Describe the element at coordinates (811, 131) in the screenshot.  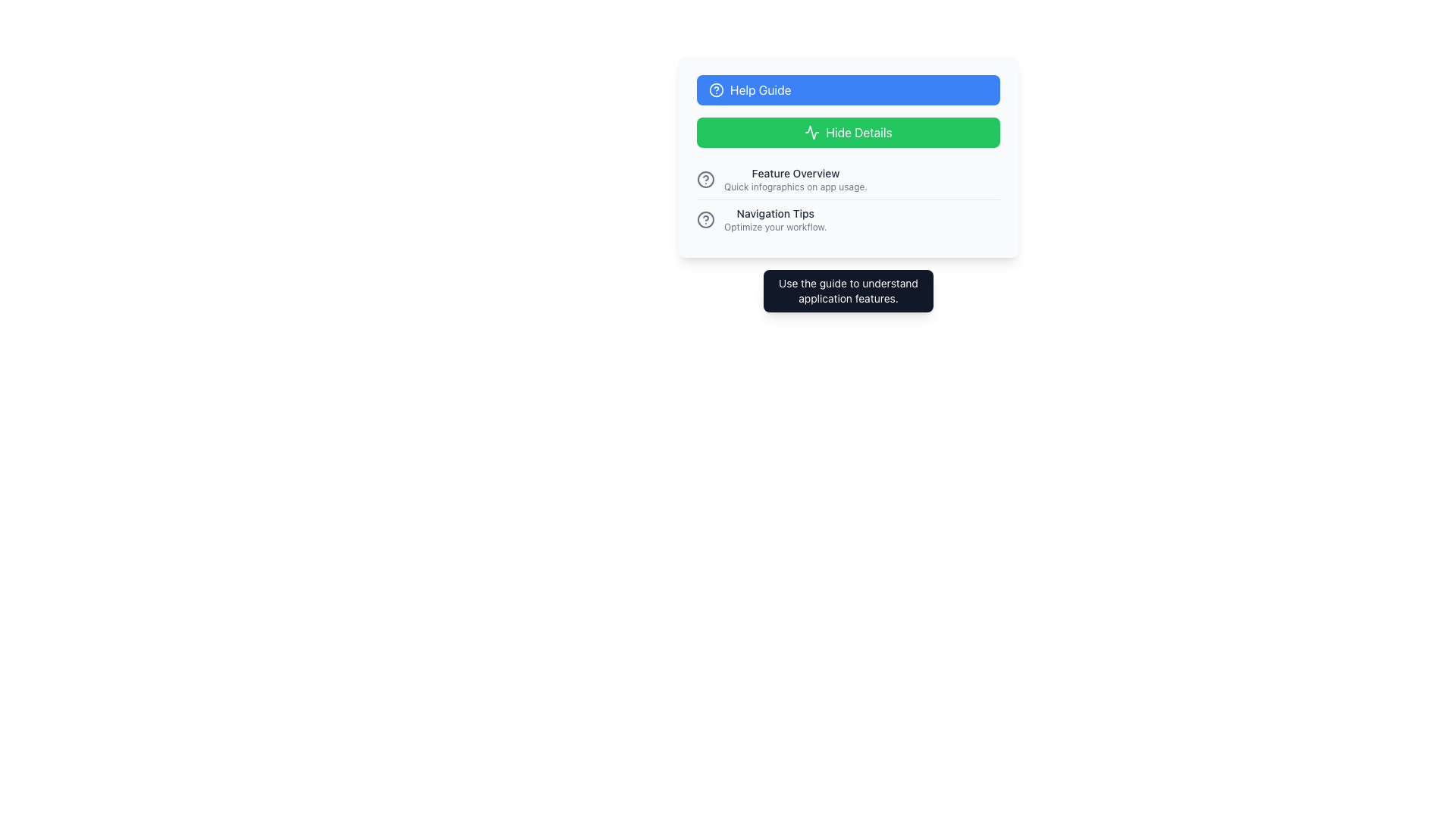
I see `the graphical icon located centrally within the green rectangular button labeled 'Hide Details' to toggle the visibility of additional details` at that location.